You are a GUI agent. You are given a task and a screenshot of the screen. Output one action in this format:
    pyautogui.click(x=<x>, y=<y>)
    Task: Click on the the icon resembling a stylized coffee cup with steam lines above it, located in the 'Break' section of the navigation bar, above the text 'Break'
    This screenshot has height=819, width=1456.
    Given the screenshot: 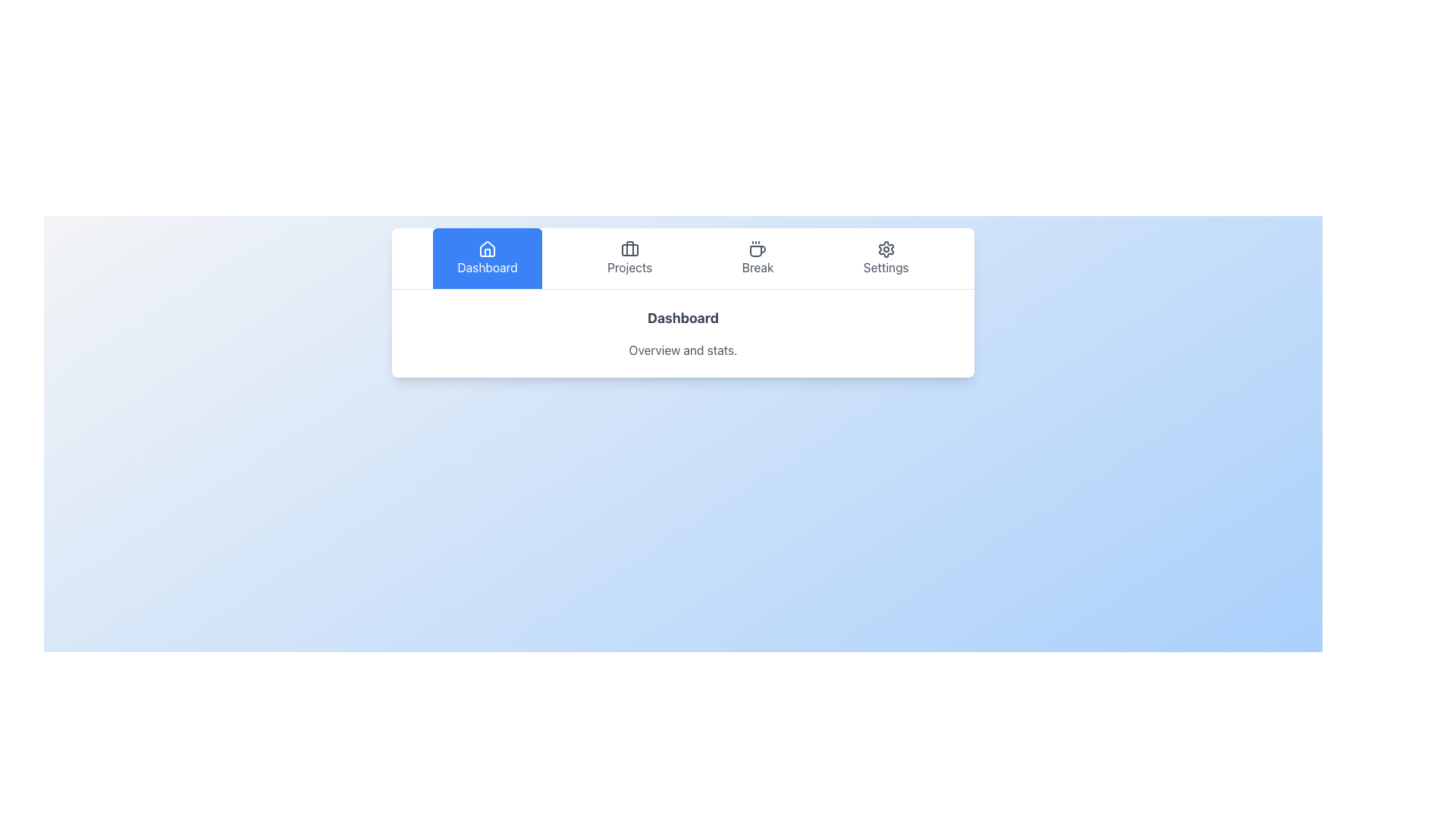 What is the action you would take?
    pyautogui.click(x=758, y=248)
    